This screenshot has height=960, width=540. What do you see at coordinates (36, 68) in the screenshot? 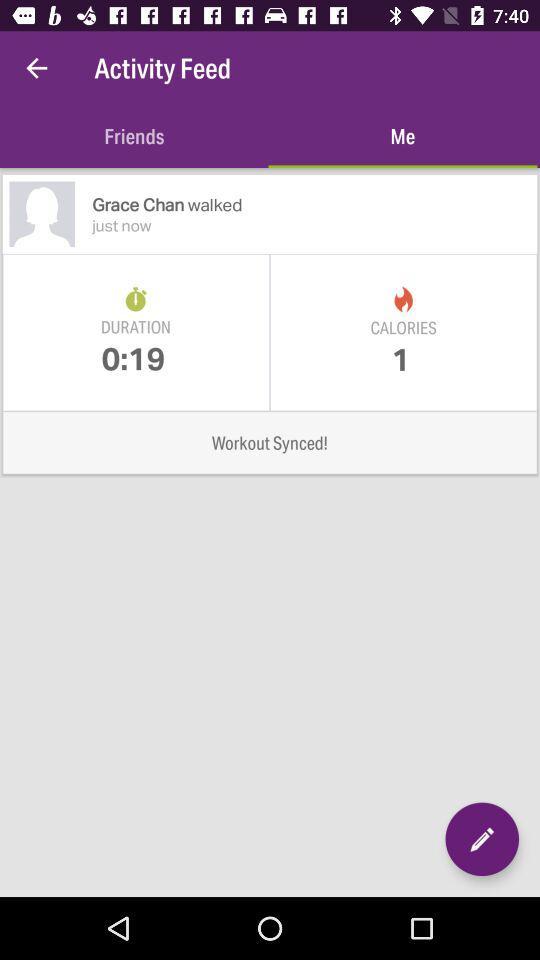
I see `item to the left of the activity feed icon` at bounding box center [36, 68].